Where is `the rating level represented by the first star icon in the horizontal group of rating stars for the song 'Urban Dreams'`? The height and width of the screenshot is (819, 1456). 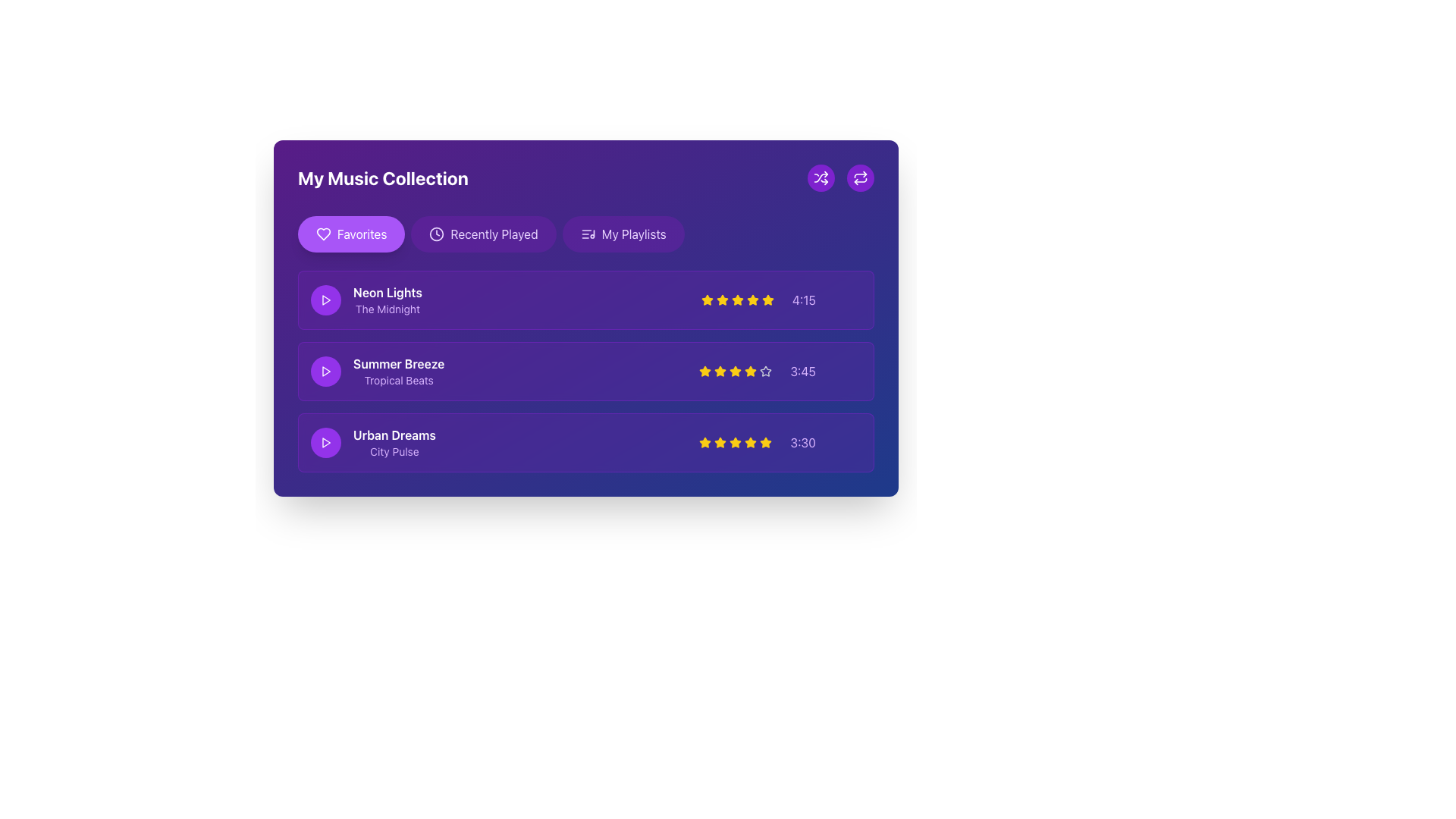 the rating level represented by the first star icon in the horizontal group of rating stars for the song 'Urban Dreams' is located at coordinates (704, 442).